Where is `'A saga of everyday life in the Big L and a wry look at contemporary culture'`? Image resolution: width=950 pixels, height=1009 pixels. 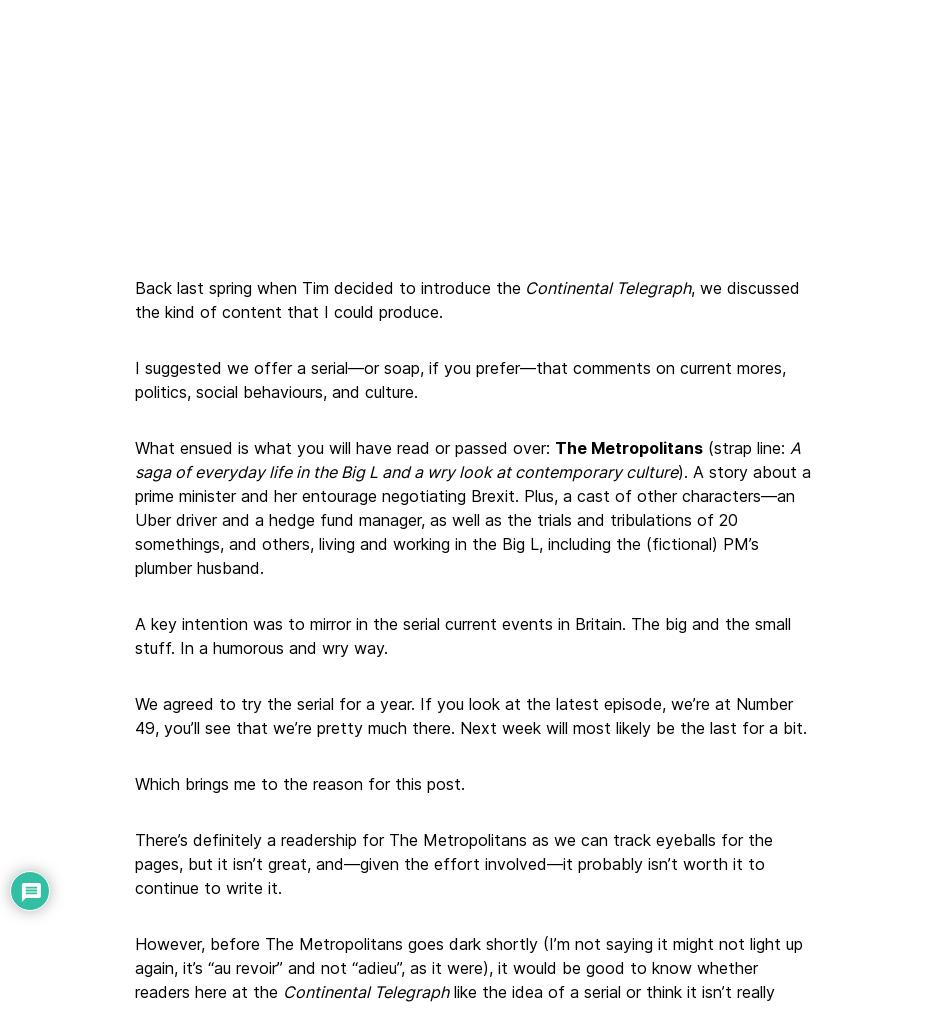
'A saga of everyday life in the Big L and a wry look at contemporary culture' is located at coordinates (134, 457).